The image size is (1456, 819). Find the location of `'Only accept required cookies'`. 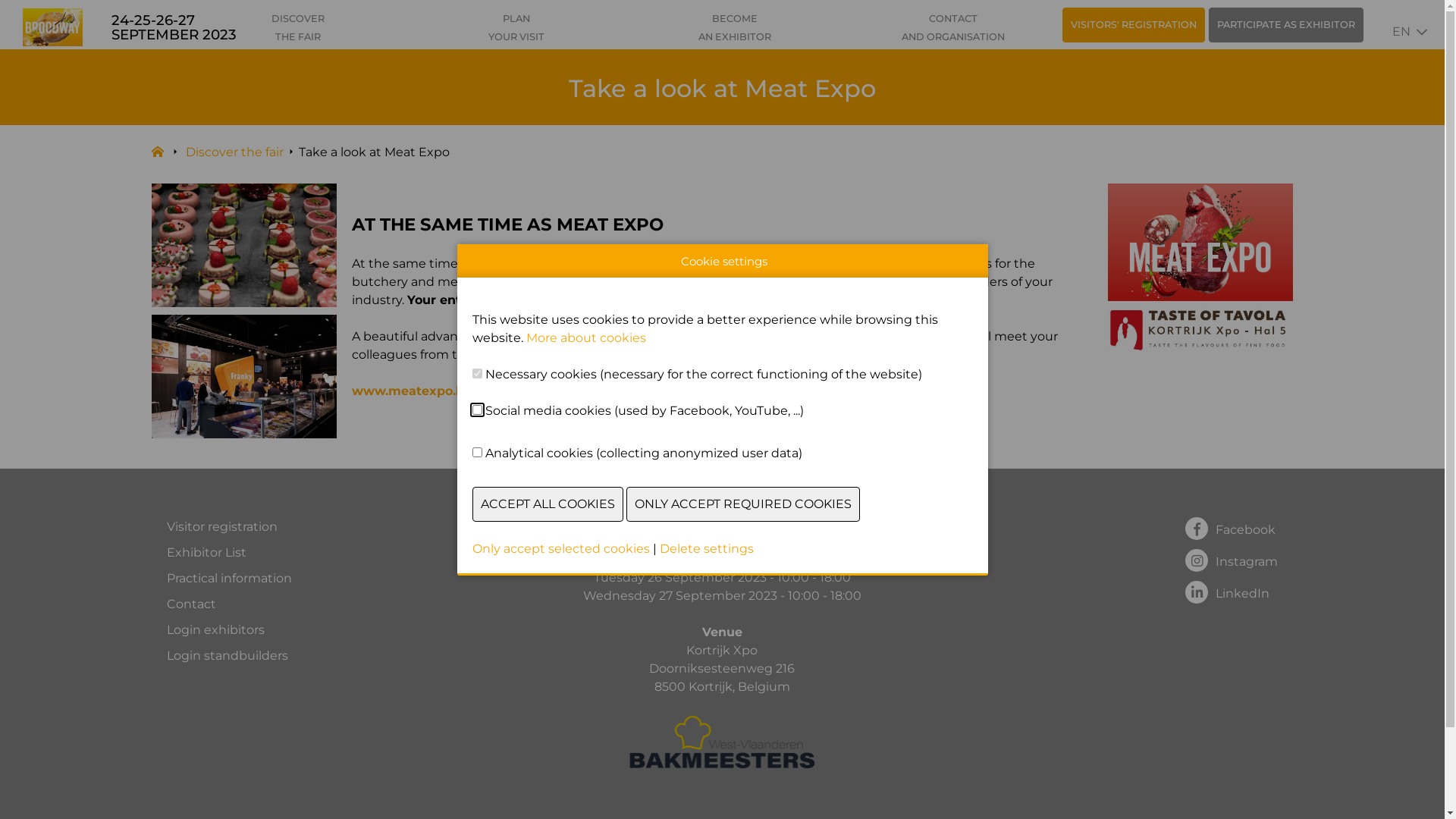

'Only accept required cookies' is located at coordinates (742, 504).